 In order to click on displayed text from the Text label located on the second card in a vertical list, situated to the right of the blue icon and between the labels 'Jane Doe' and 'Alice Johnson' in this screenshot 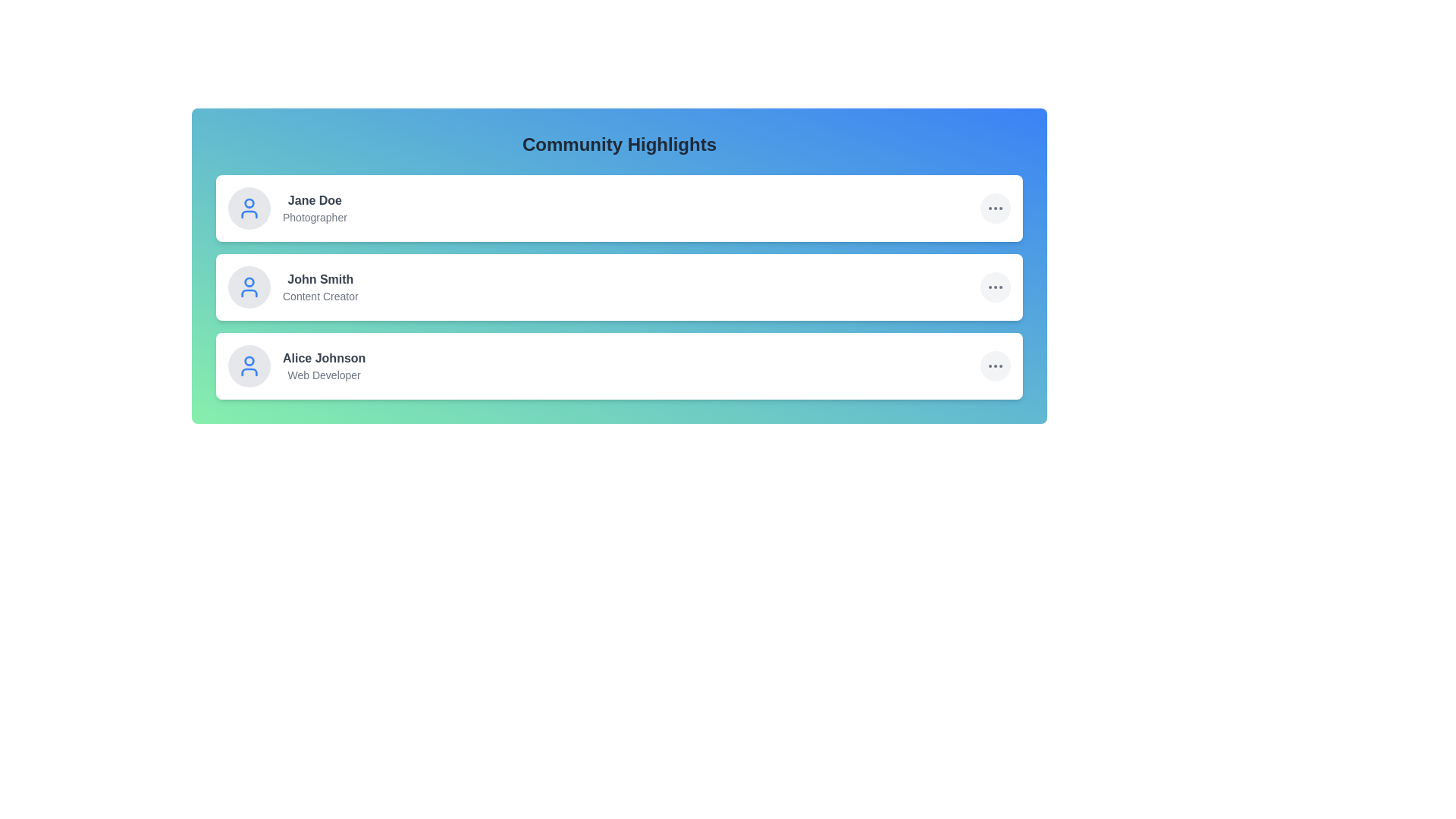, I will do `click(319, 287)`.